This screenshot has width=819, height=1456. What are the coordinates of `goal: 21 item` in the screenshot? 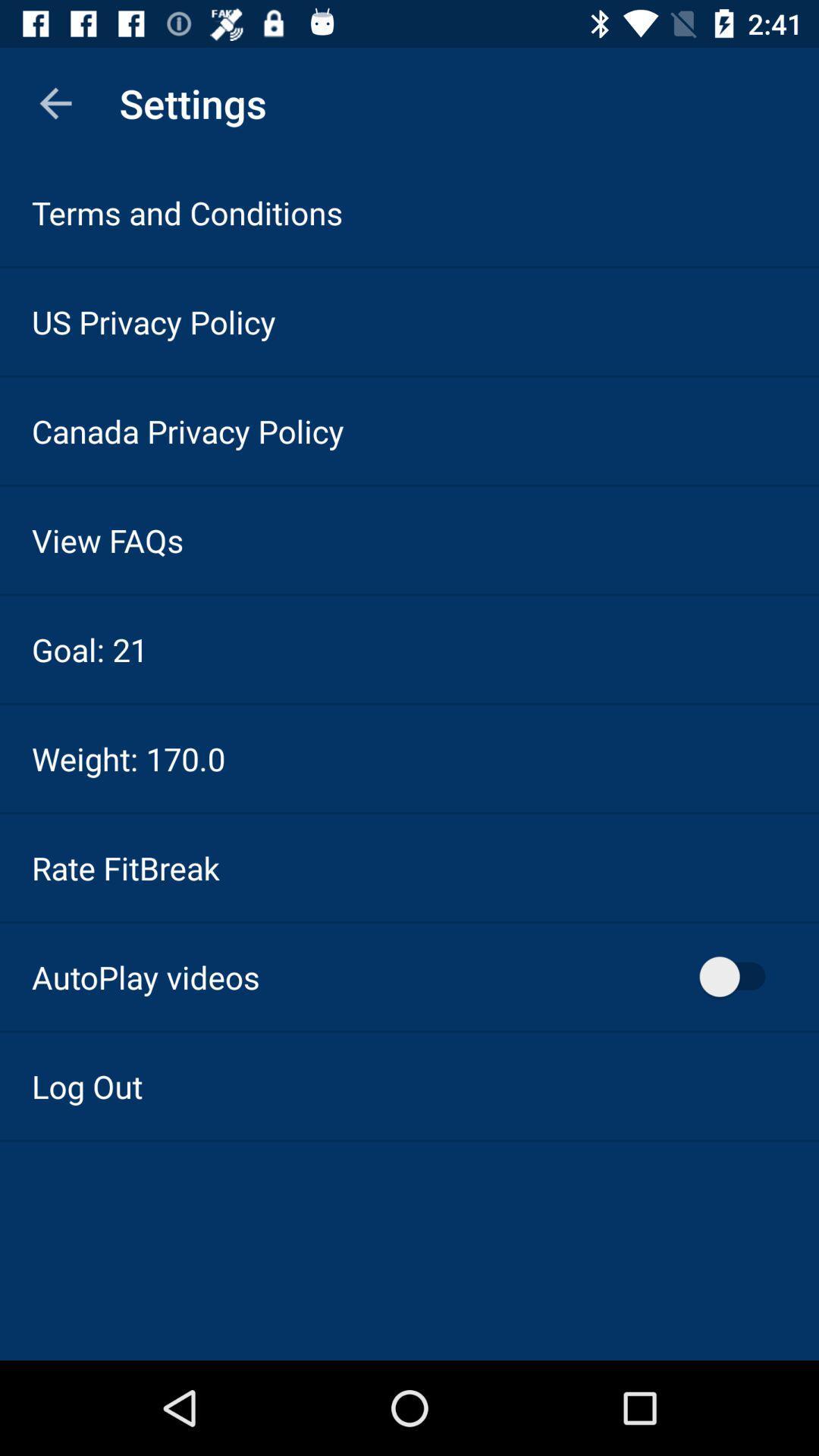 It's located at (89, 649).